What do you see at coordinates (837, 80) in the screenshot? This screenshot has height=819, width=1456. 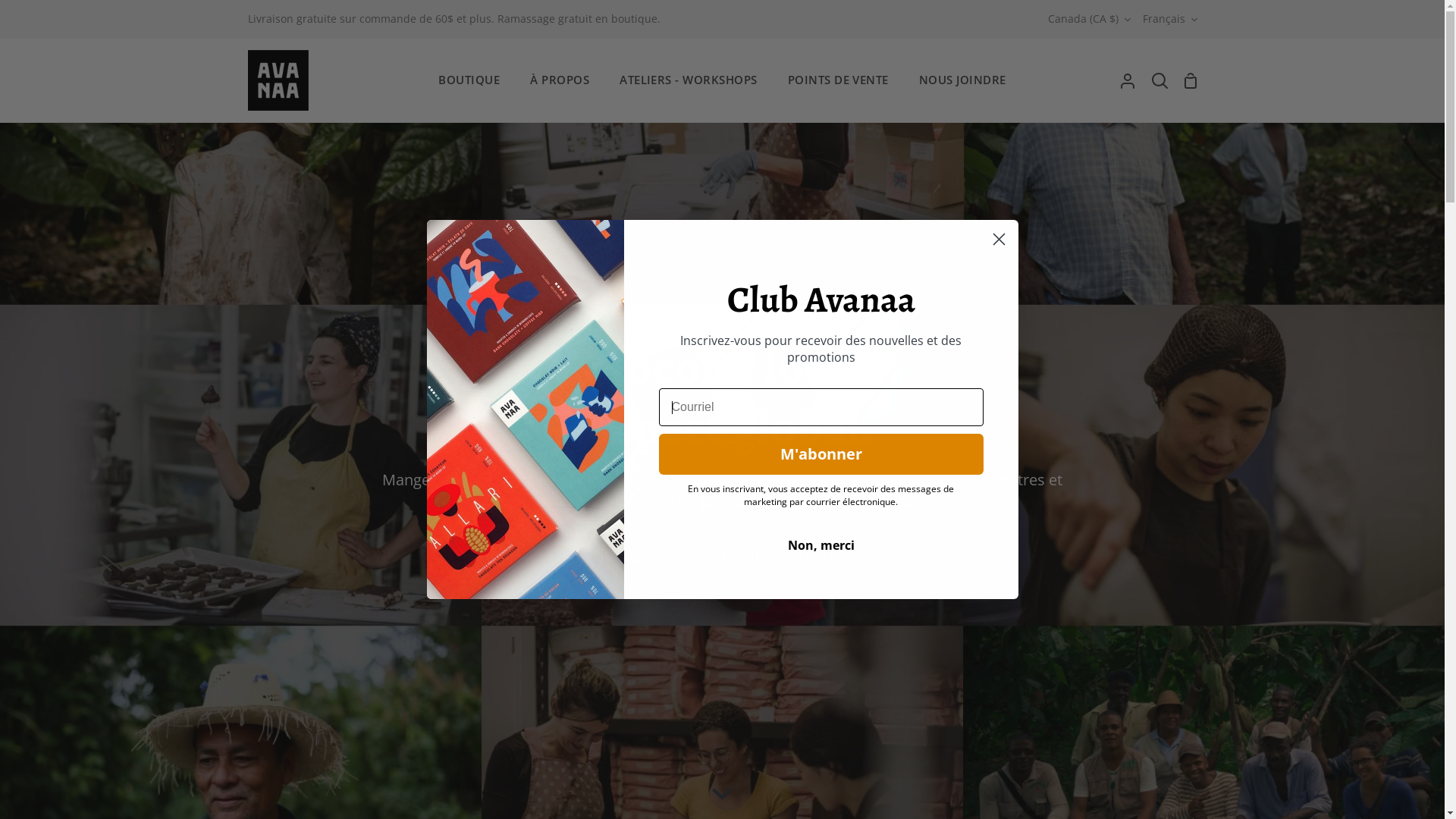 I see `'POINTS DE VENTE'` at bounding box center [837, 80].